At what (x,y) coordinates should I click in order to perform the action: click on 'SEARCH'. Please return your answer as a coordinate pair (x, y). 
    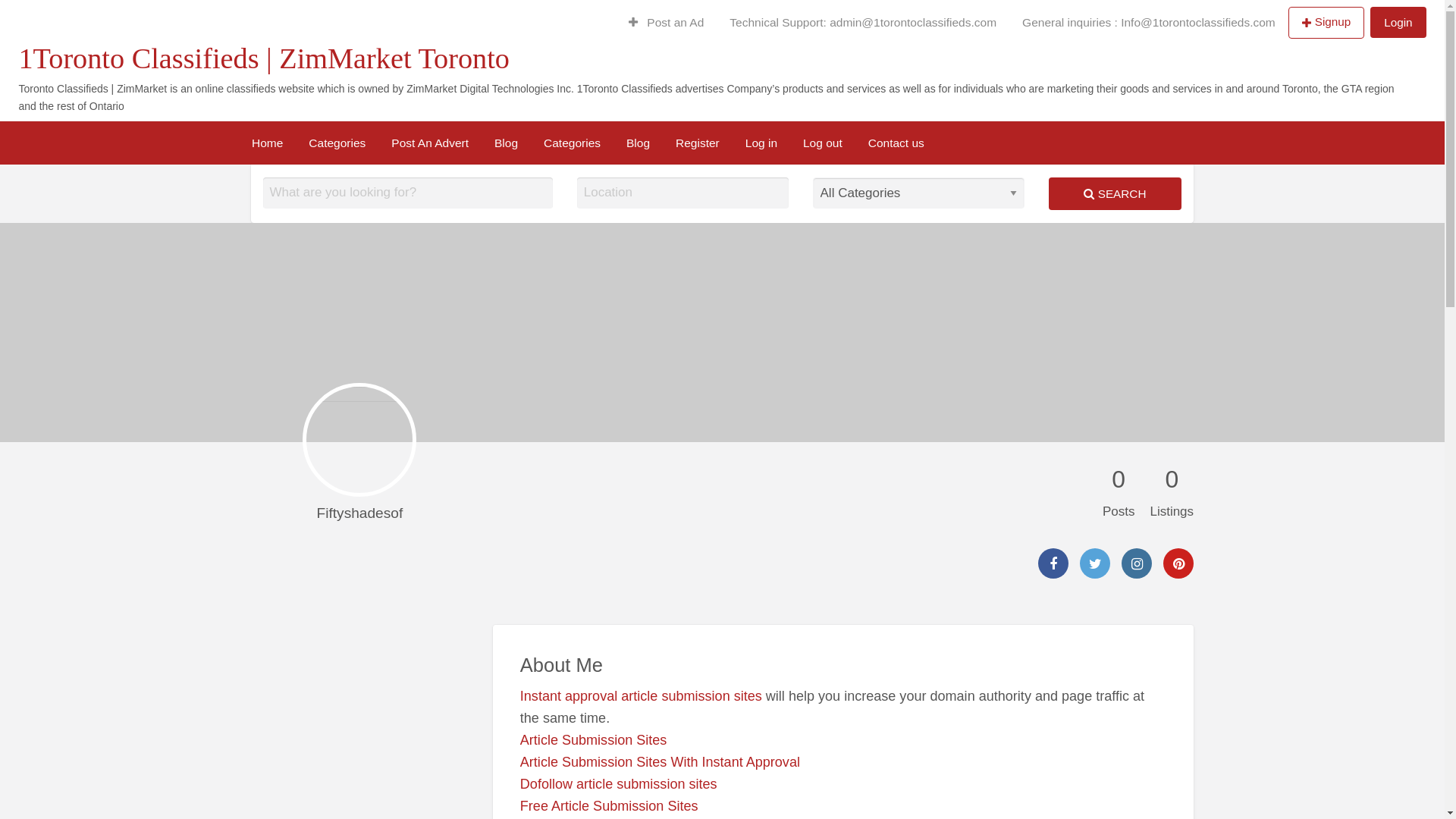
    Looking at the image, I should click on (1115, 193).